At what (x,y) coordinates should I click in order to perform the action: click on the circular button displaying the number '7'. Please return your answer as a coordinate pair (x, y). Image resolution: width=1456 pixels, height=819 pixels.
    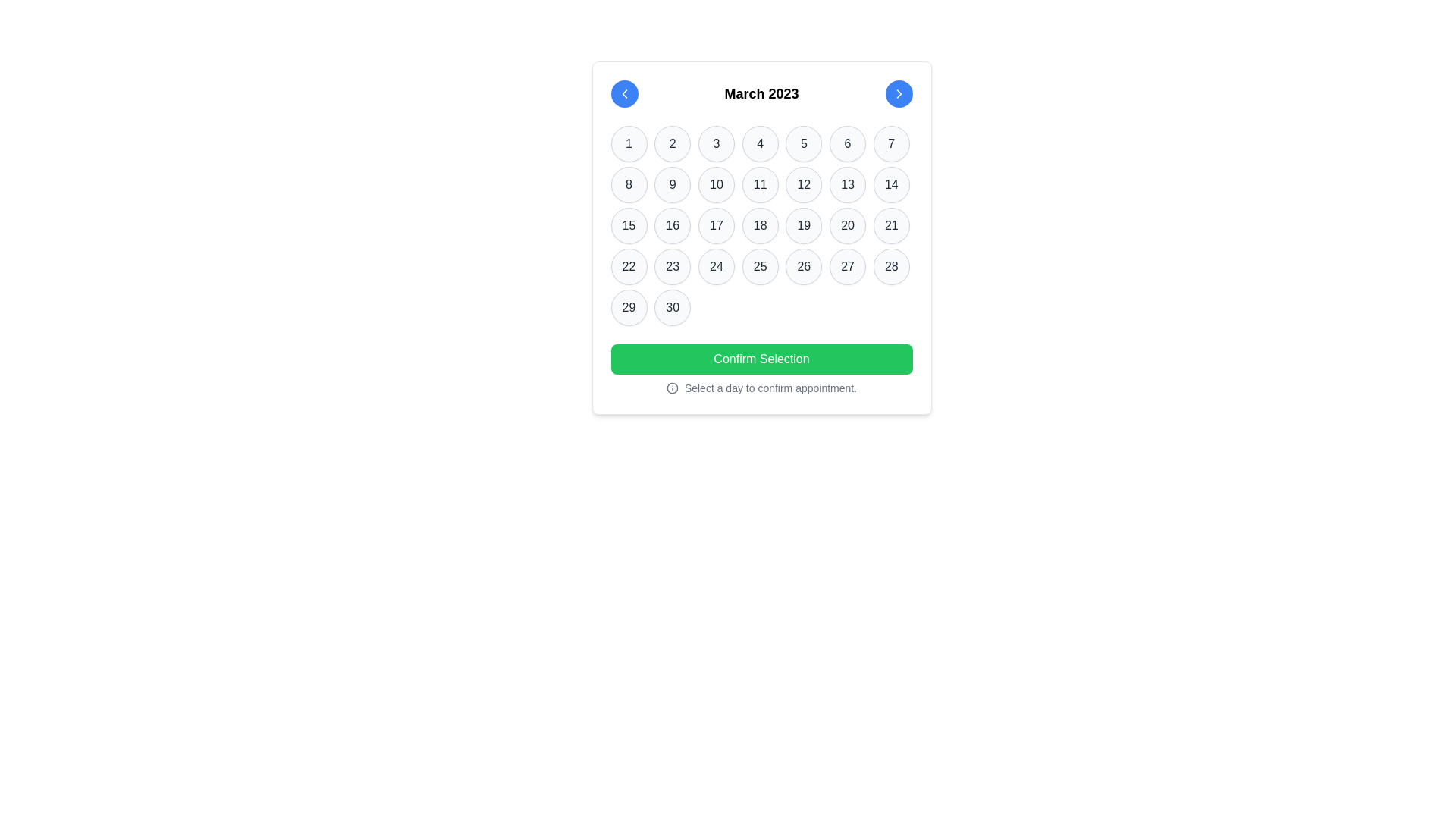
    Looking at the image, I should click on (891, 143).